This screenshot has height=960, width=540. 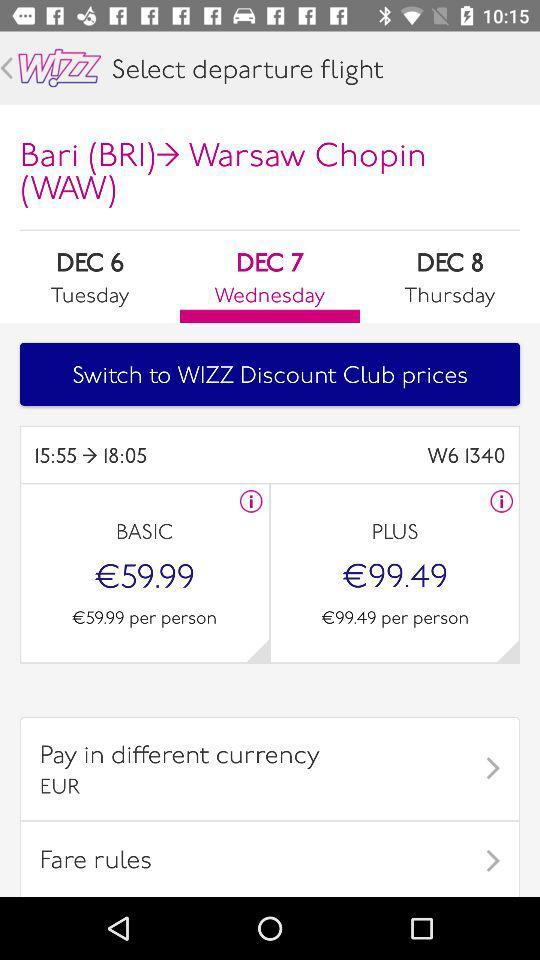 What do you see at coordinates (5, 68) in the screenshot?
I see `previous` at bounding box center [5, 68].